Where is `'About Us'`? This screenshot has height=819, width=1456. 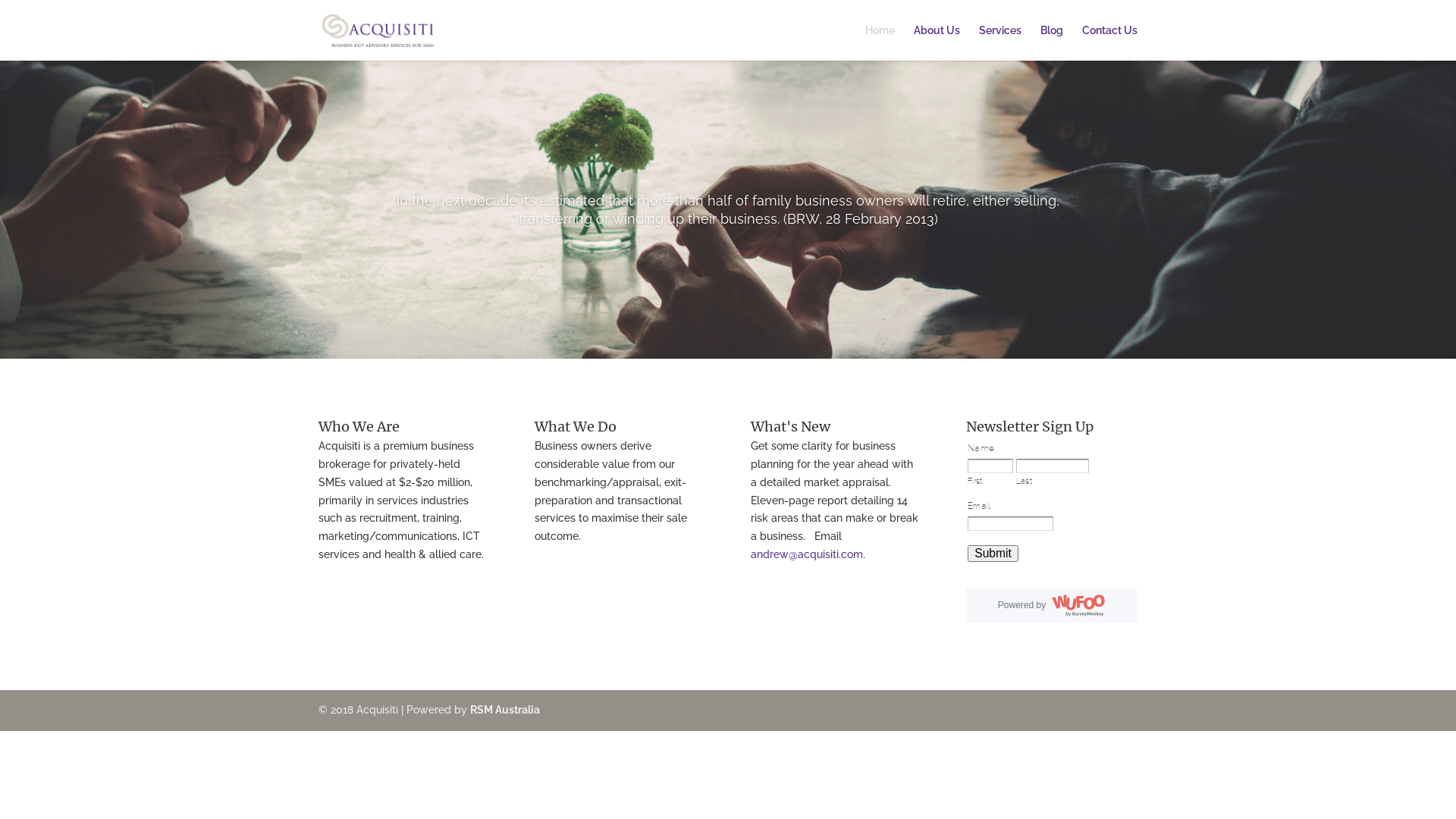
'About Us' is located at coordinates (936, 42).